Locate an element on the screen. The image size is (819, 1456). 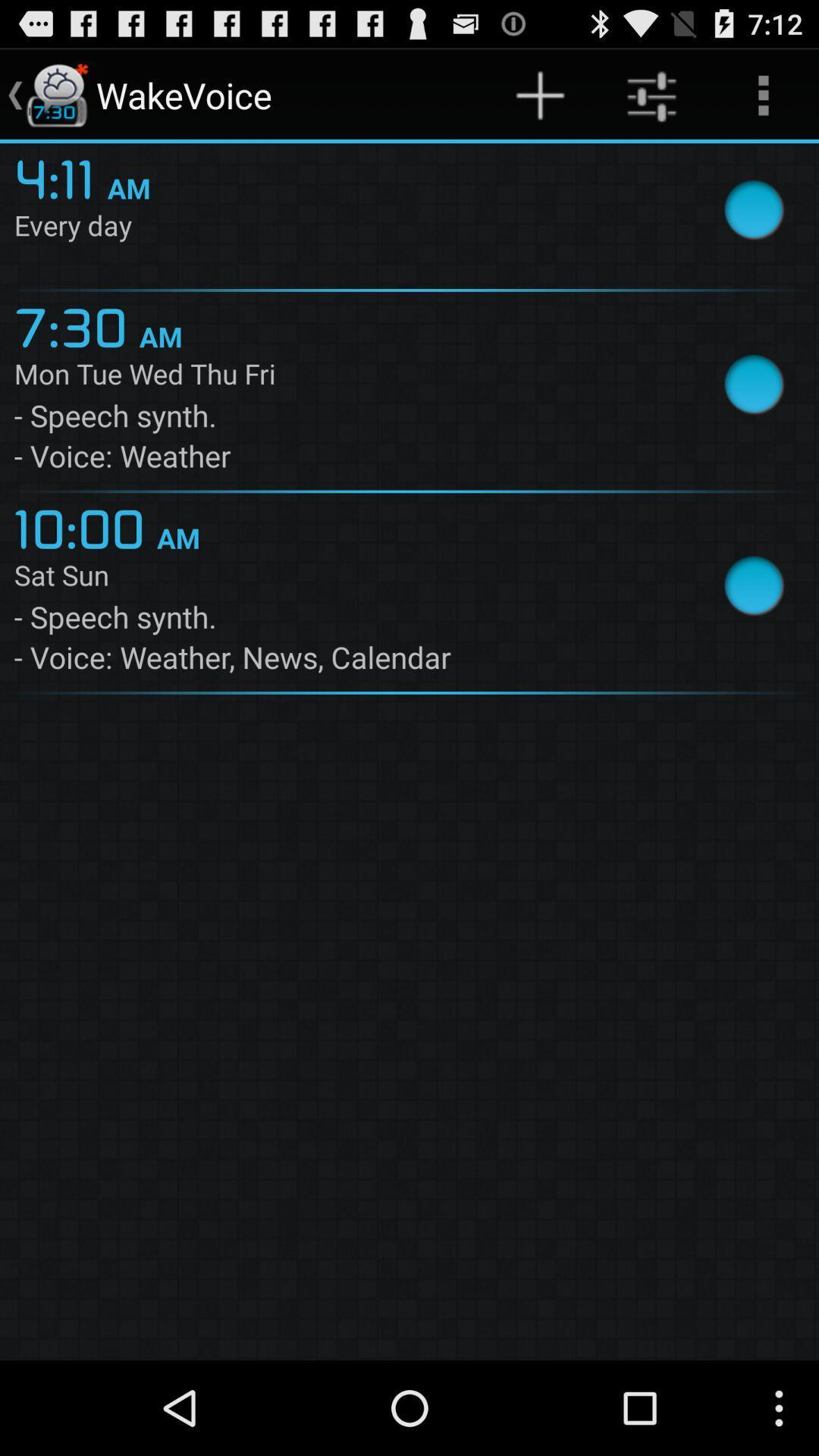
the app above the every day app is located at coordinates (539, 94).